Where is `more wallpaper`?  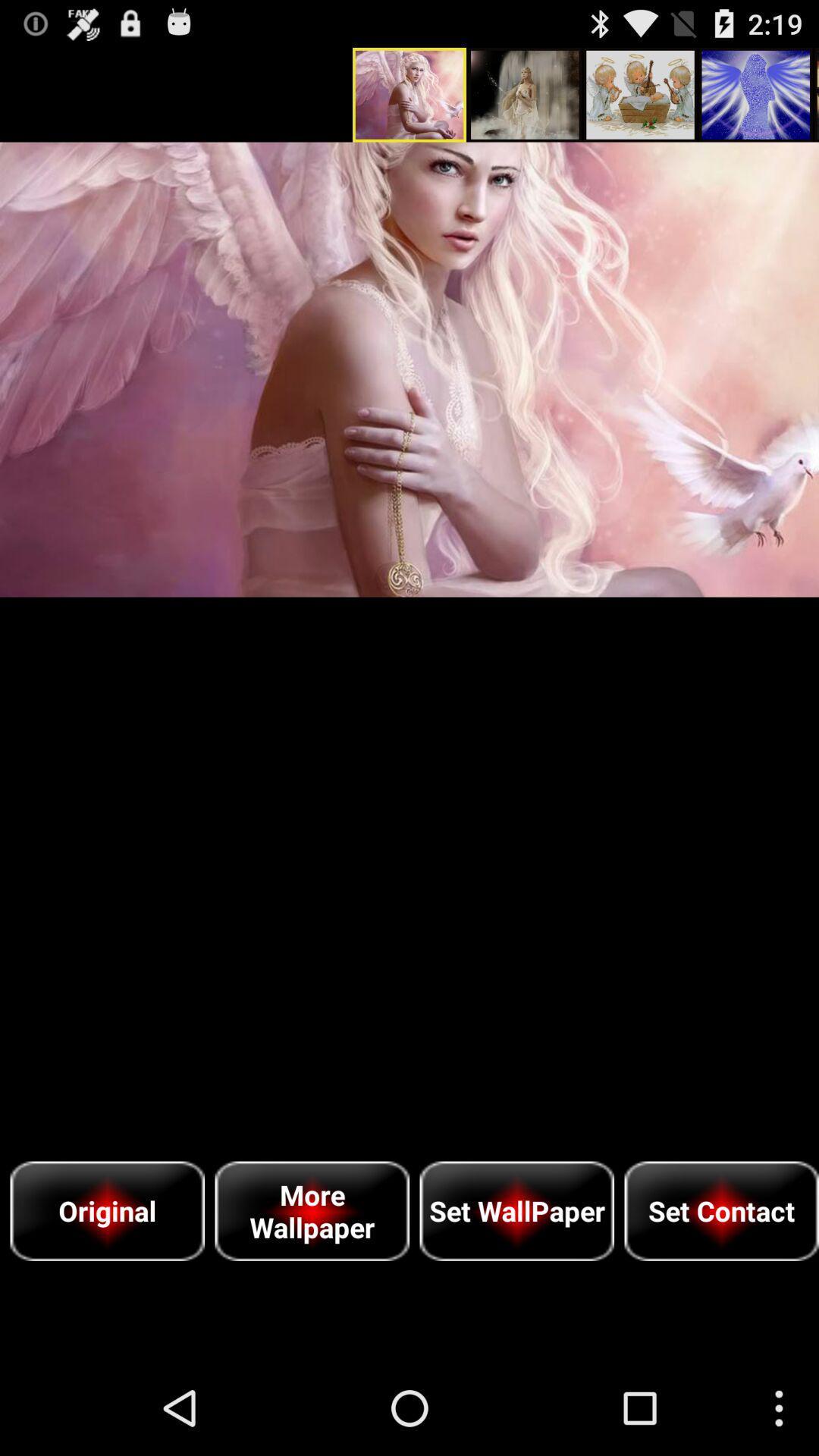 more wallpaper is located at coordinates (311, 1210).